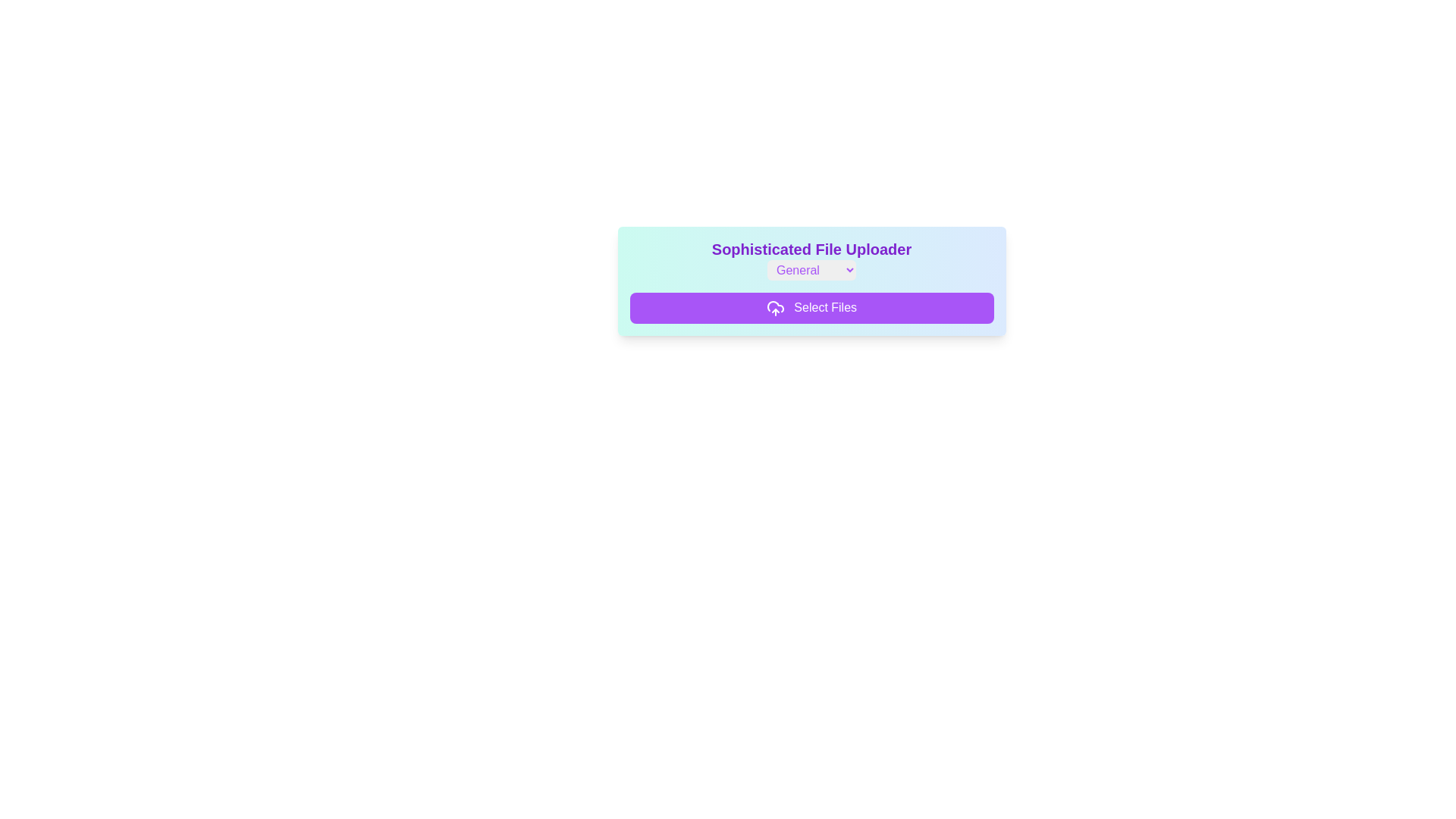  I want to click on the upload files icon located on the left half of the purple 'Select Files' button, so click(775, 307).